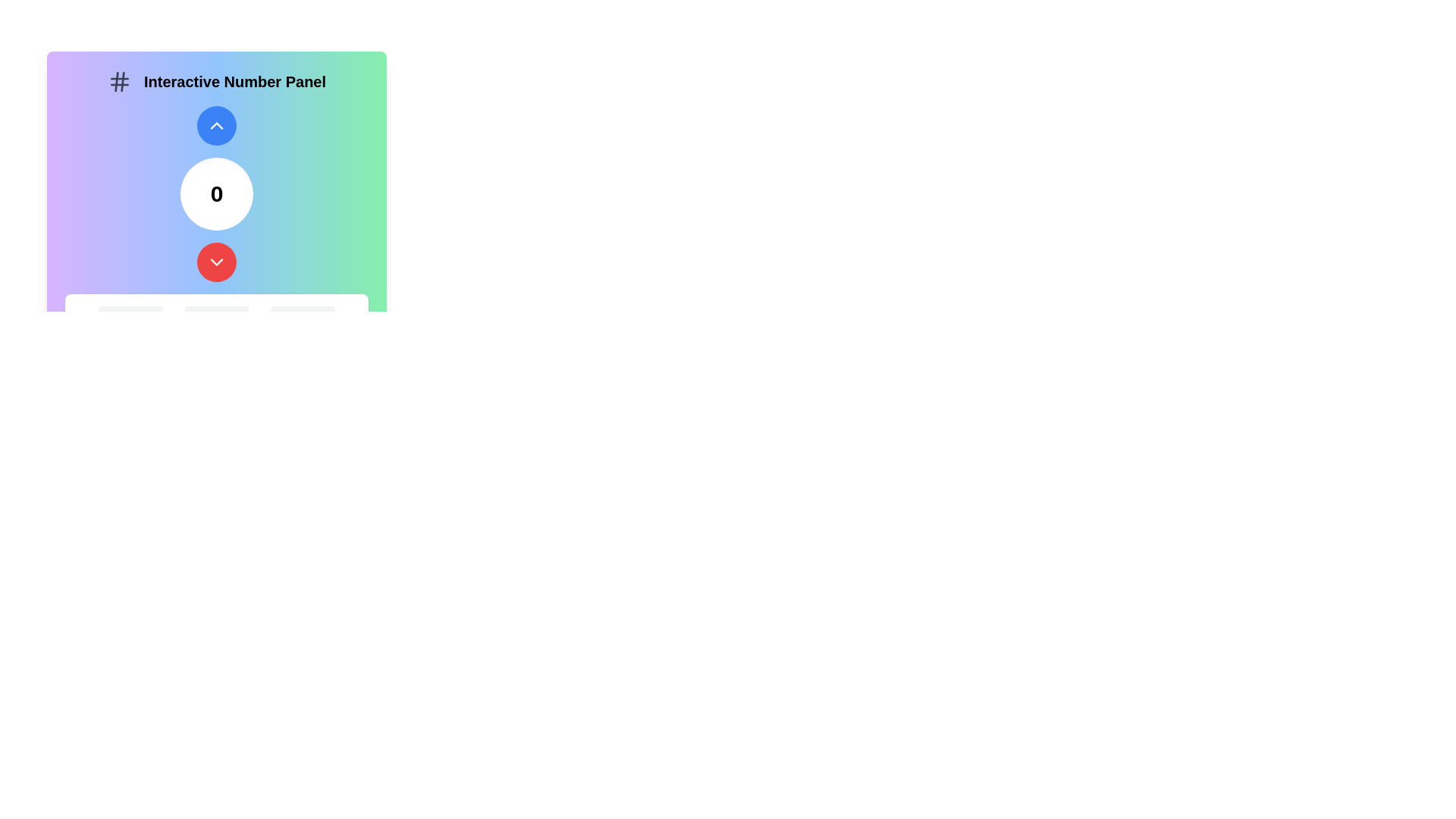 Image resolution: width=1456 pixels, height=819 pixels. Describe the element at coordinates (130, 318) in the screenshot. I see `the first button in a group of three horizontally arranged buttons near the bottom of the interface` at that location.